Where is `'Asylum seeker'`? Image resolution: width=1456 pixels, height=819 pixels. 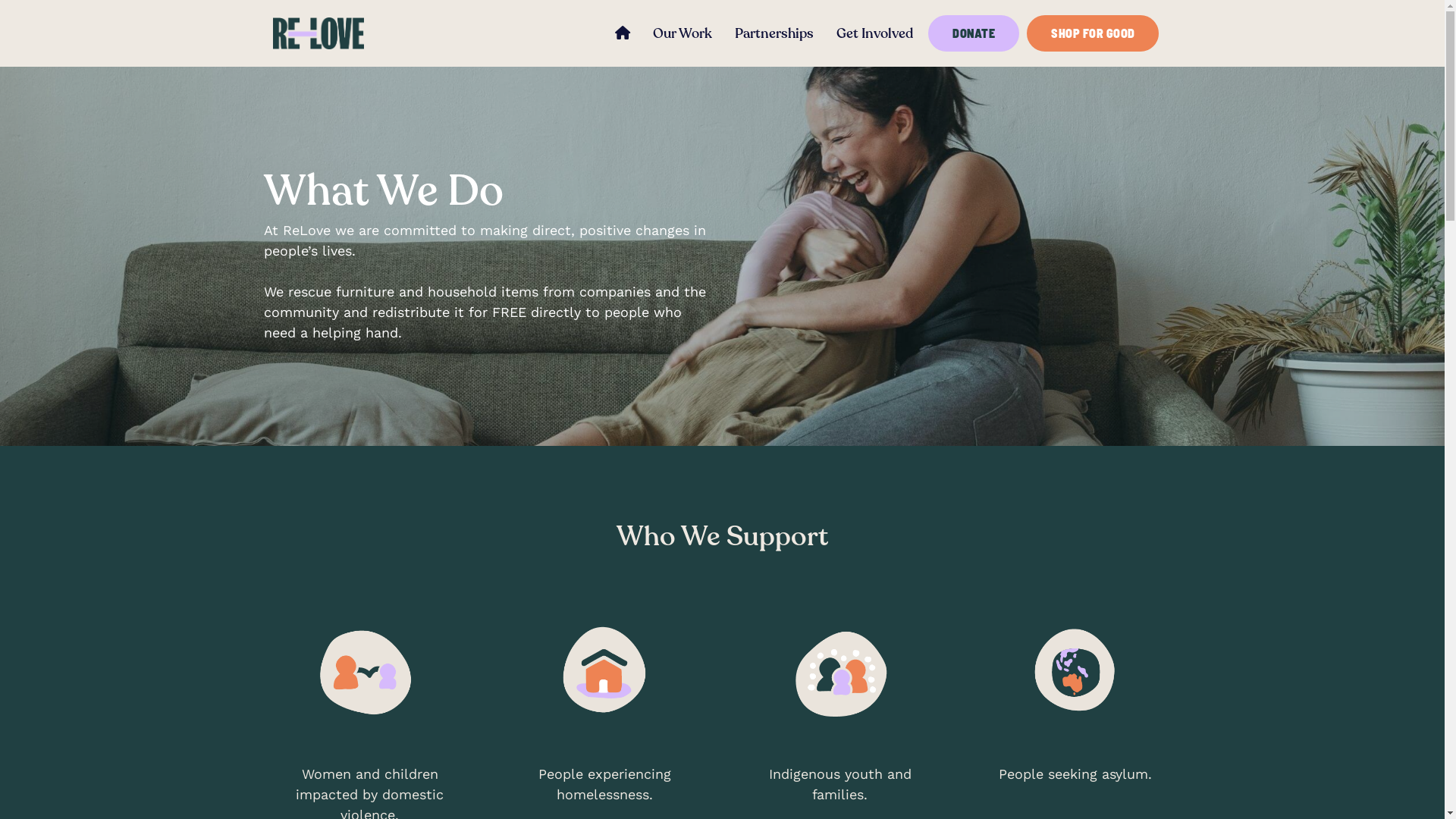 'Asylum seeker' is located at coordinates (1074, 671).